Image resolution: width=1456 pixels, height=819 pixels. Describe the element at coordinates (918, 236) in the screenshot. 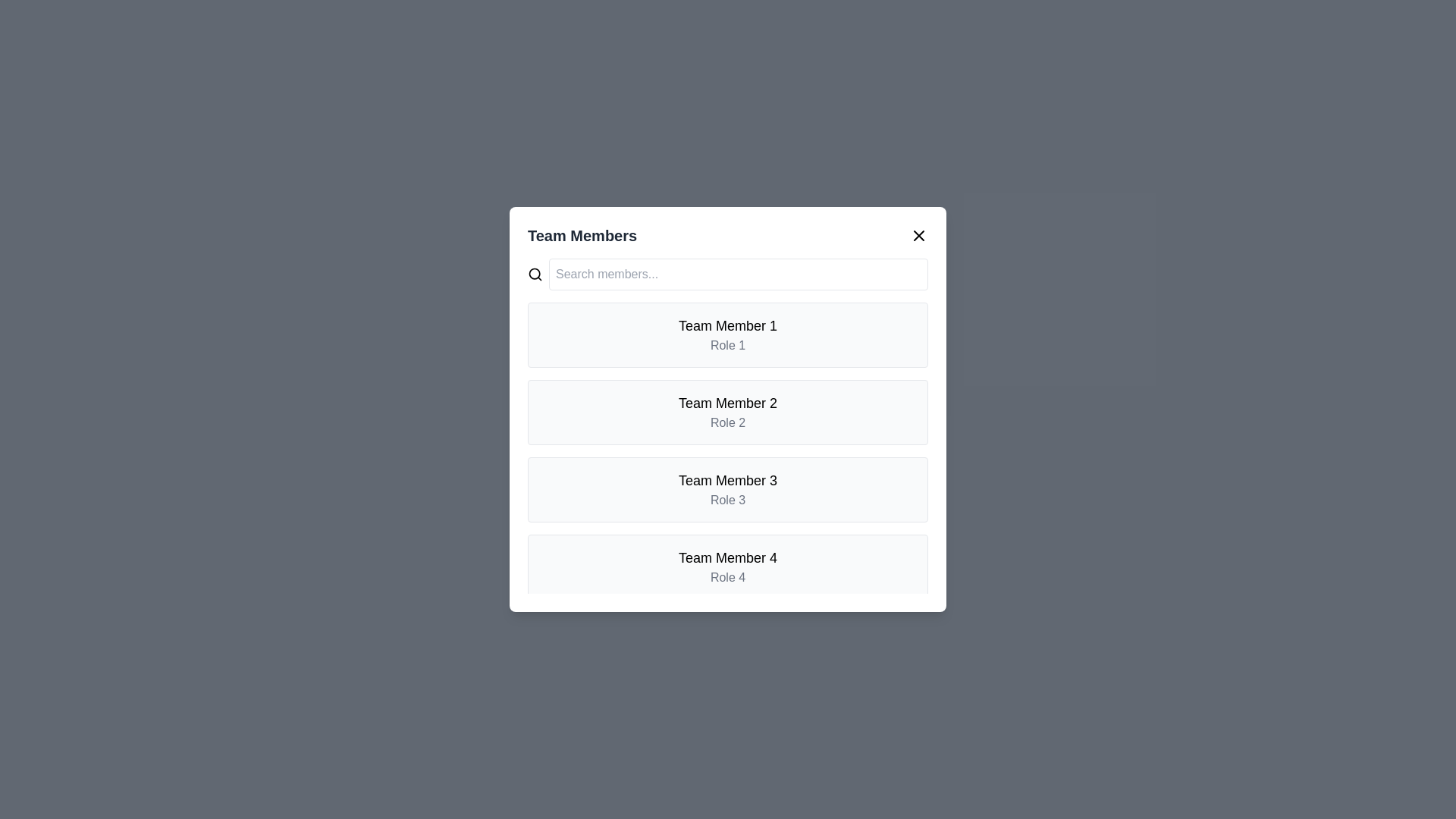

I see `the close icon to close the dialog` at that location.